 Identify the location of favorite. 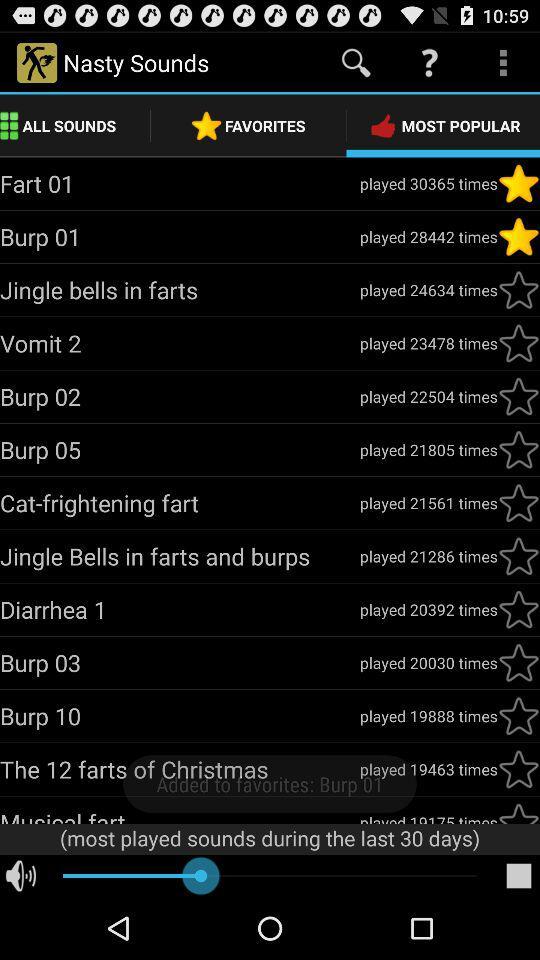
(518, 183).